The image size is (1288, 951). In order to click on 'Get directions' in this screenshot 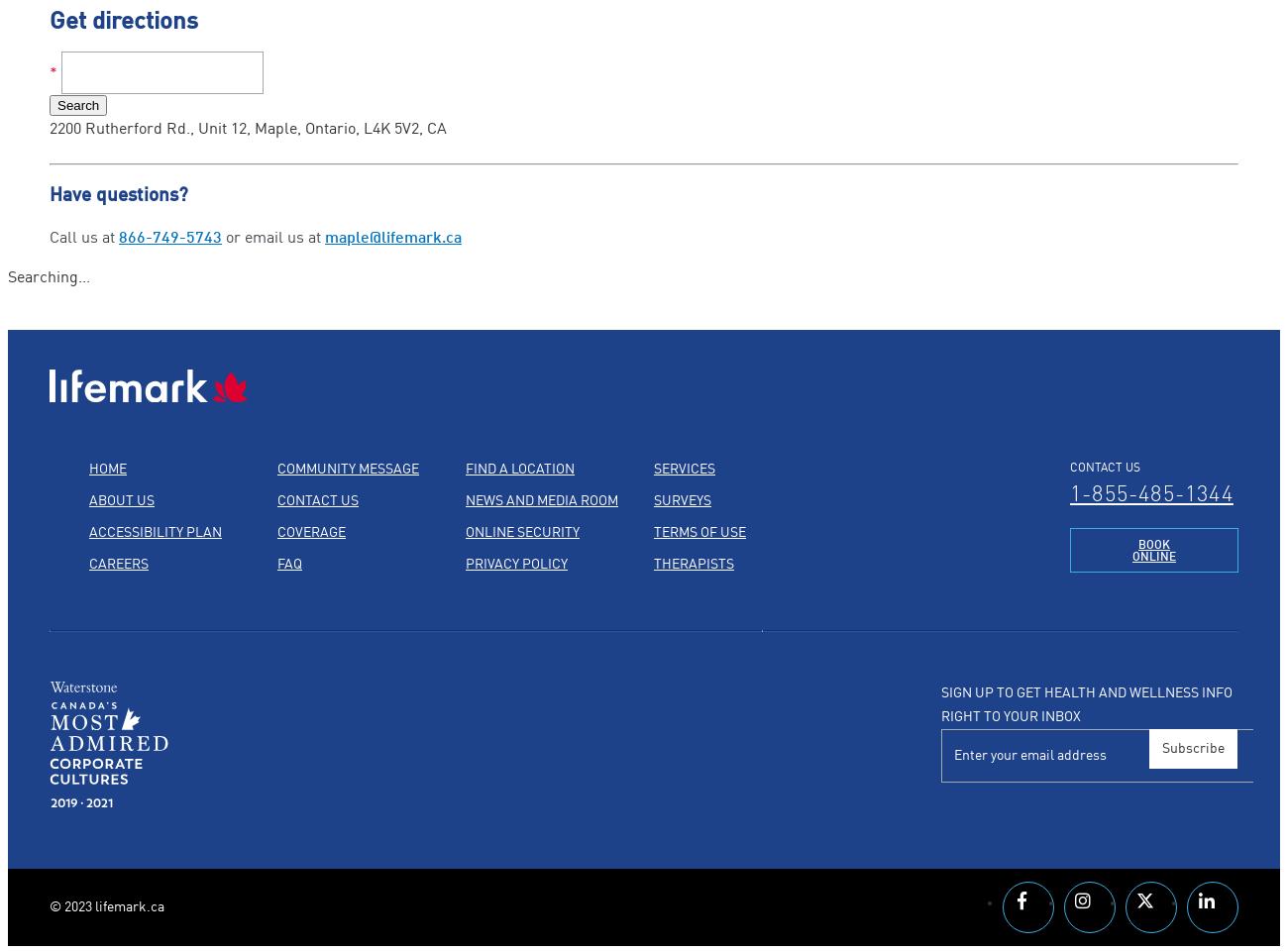, I will do `click(123, 20)`.